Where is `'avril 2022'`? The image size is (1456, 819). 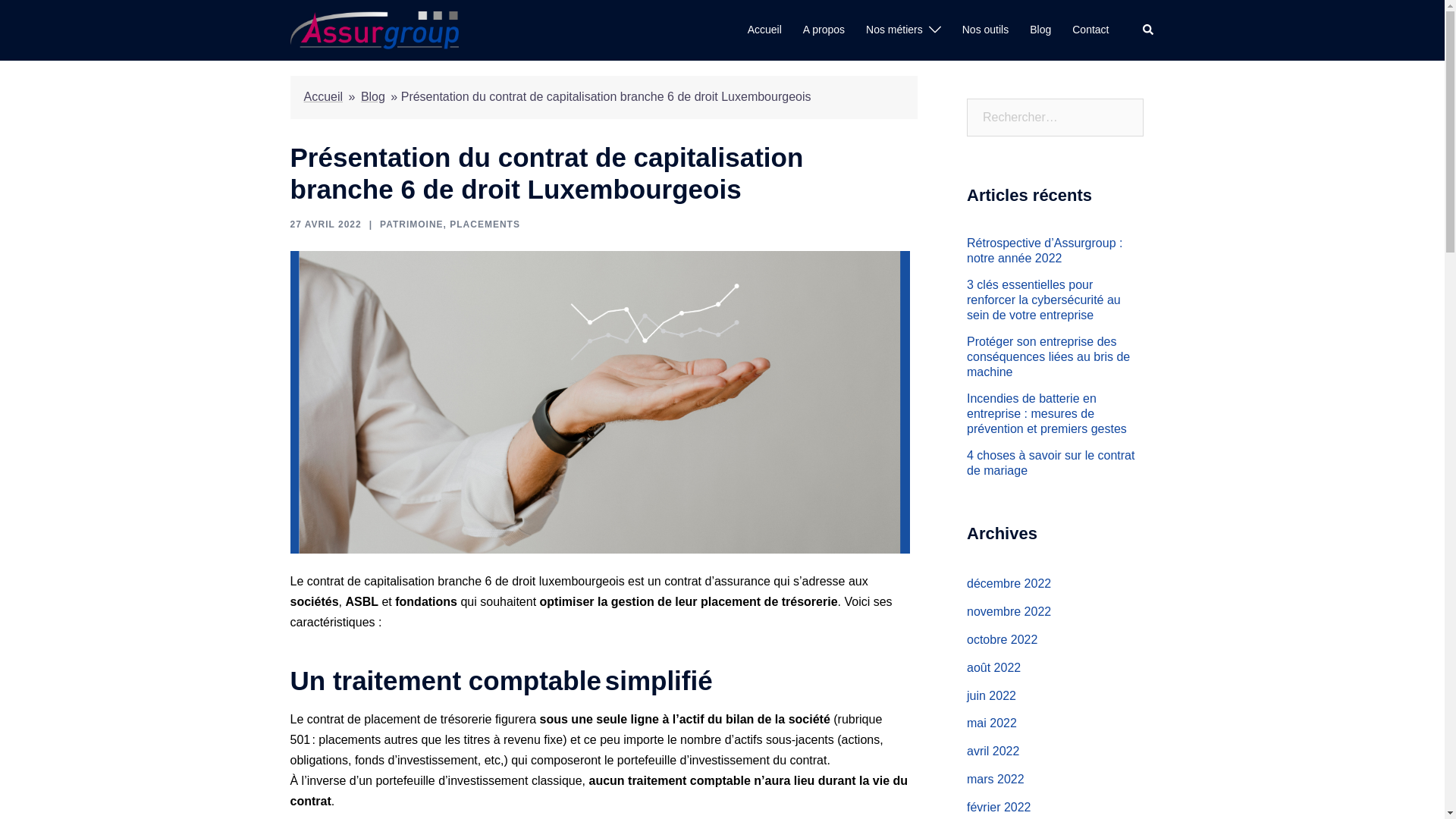
'avril 2022' is located at coordinates (993, 751).